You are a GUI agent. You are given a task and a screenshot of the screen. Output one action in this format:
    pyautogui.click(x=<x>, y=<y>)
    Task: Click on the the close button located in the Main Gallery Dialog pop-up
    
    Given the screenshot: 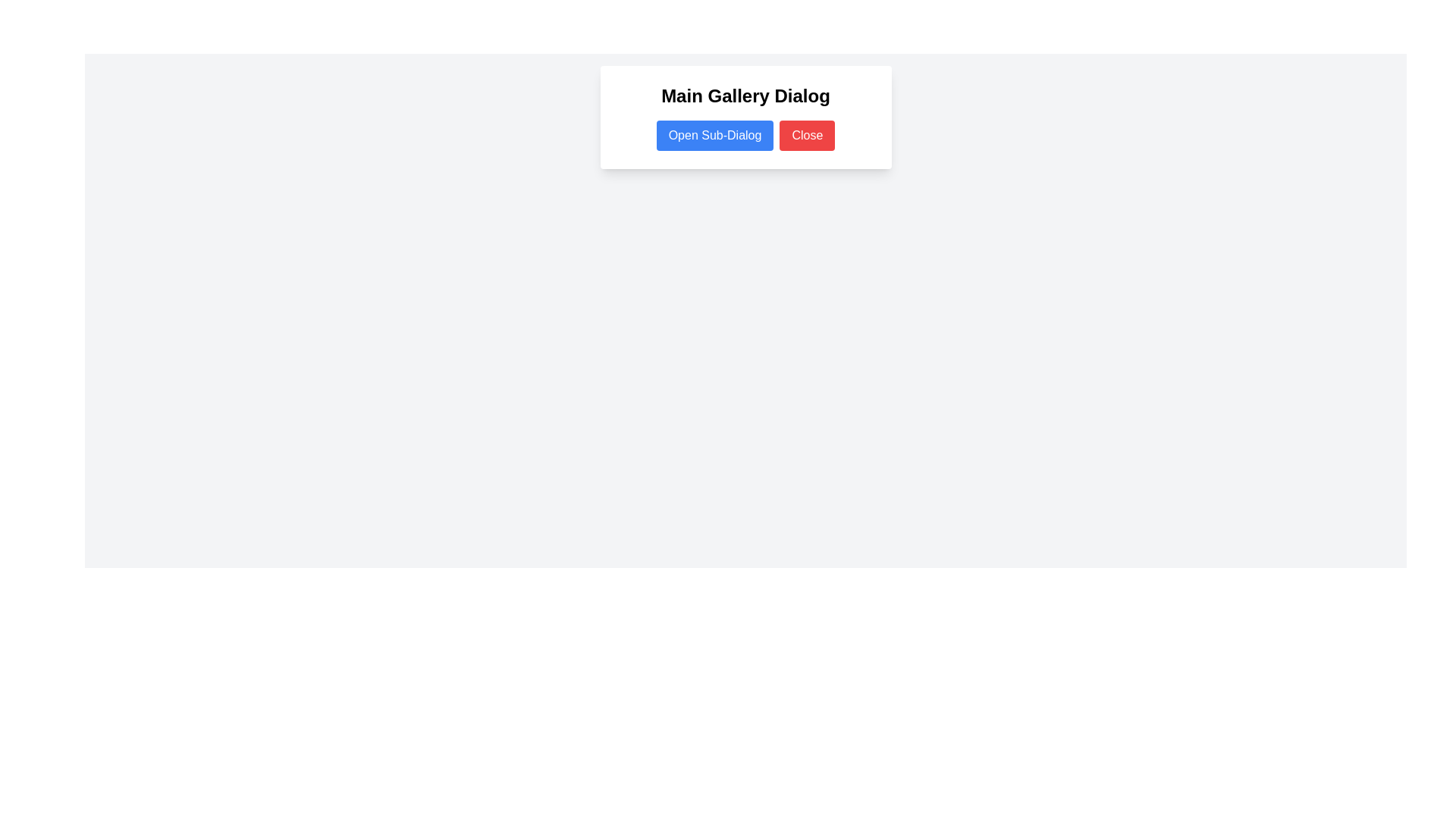 What is the action you would take?
    pyautogui.click(x=806, y=134)
    